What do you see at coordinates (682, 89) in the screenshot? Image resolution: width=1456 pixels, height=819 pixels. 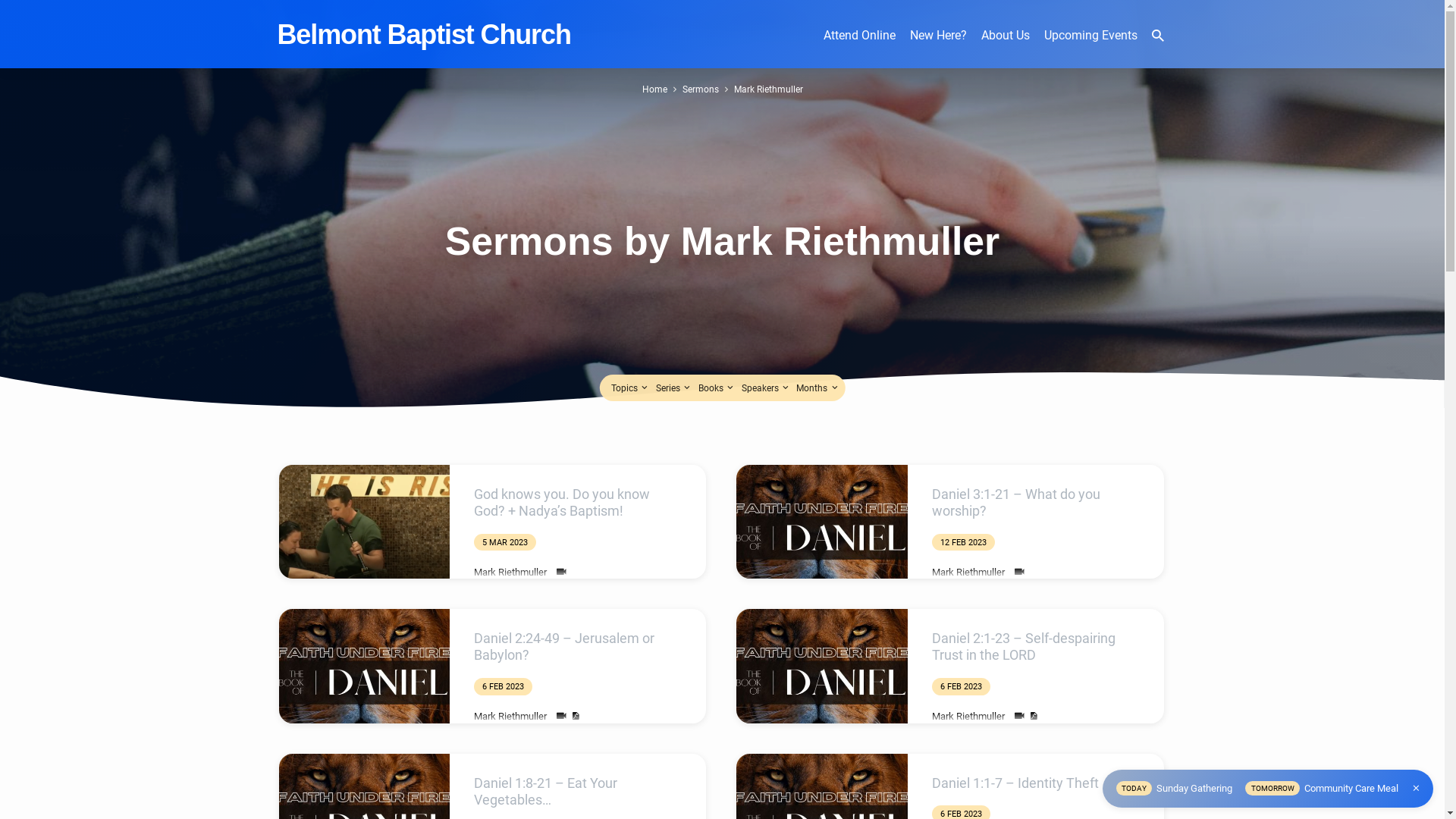 I see `'Sermons'` at bounding box center [682, 89].